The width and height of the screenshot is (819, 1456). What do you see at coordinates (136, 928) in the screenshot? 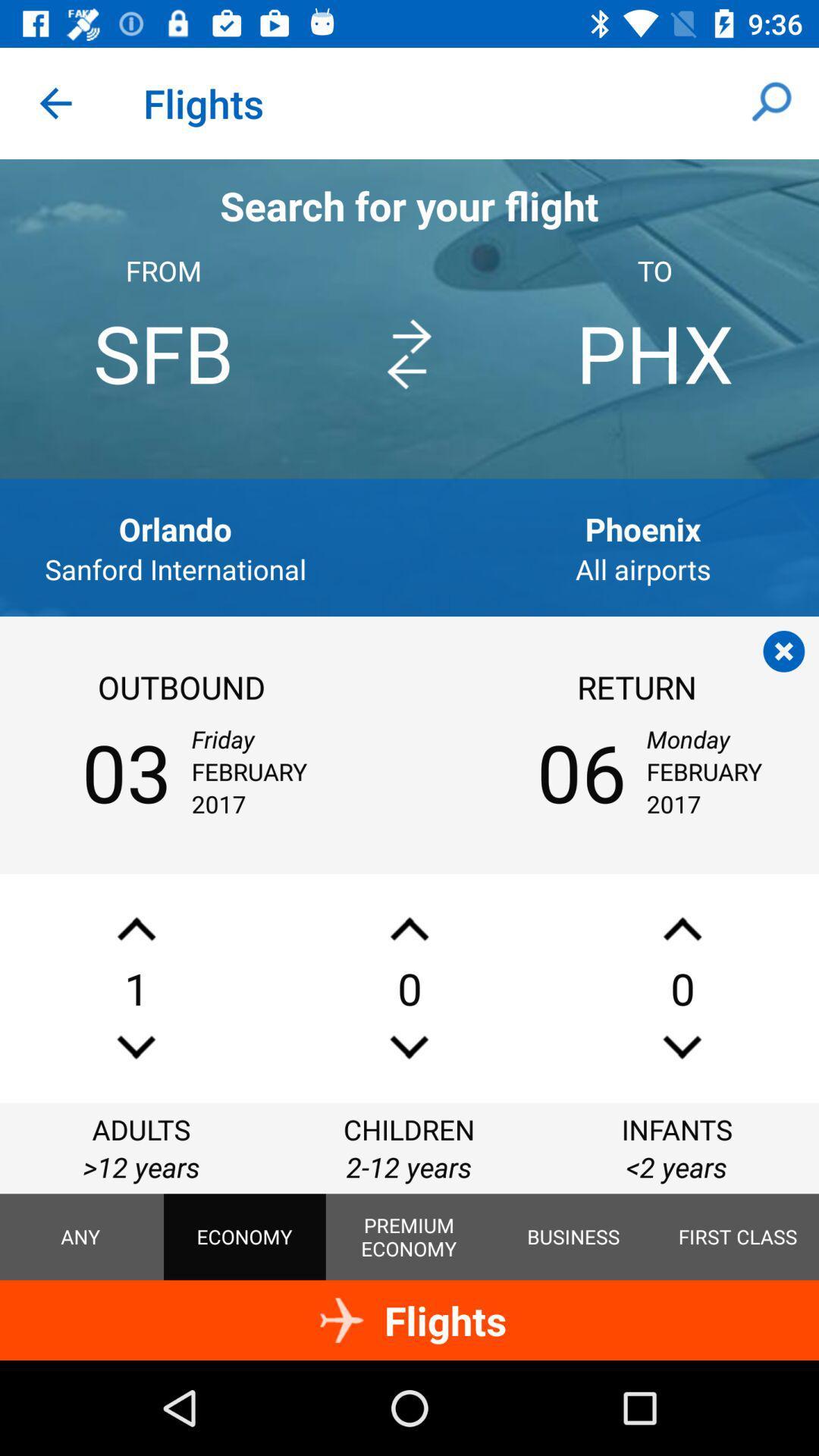
I see `adult` at bounding box center [136, 928].